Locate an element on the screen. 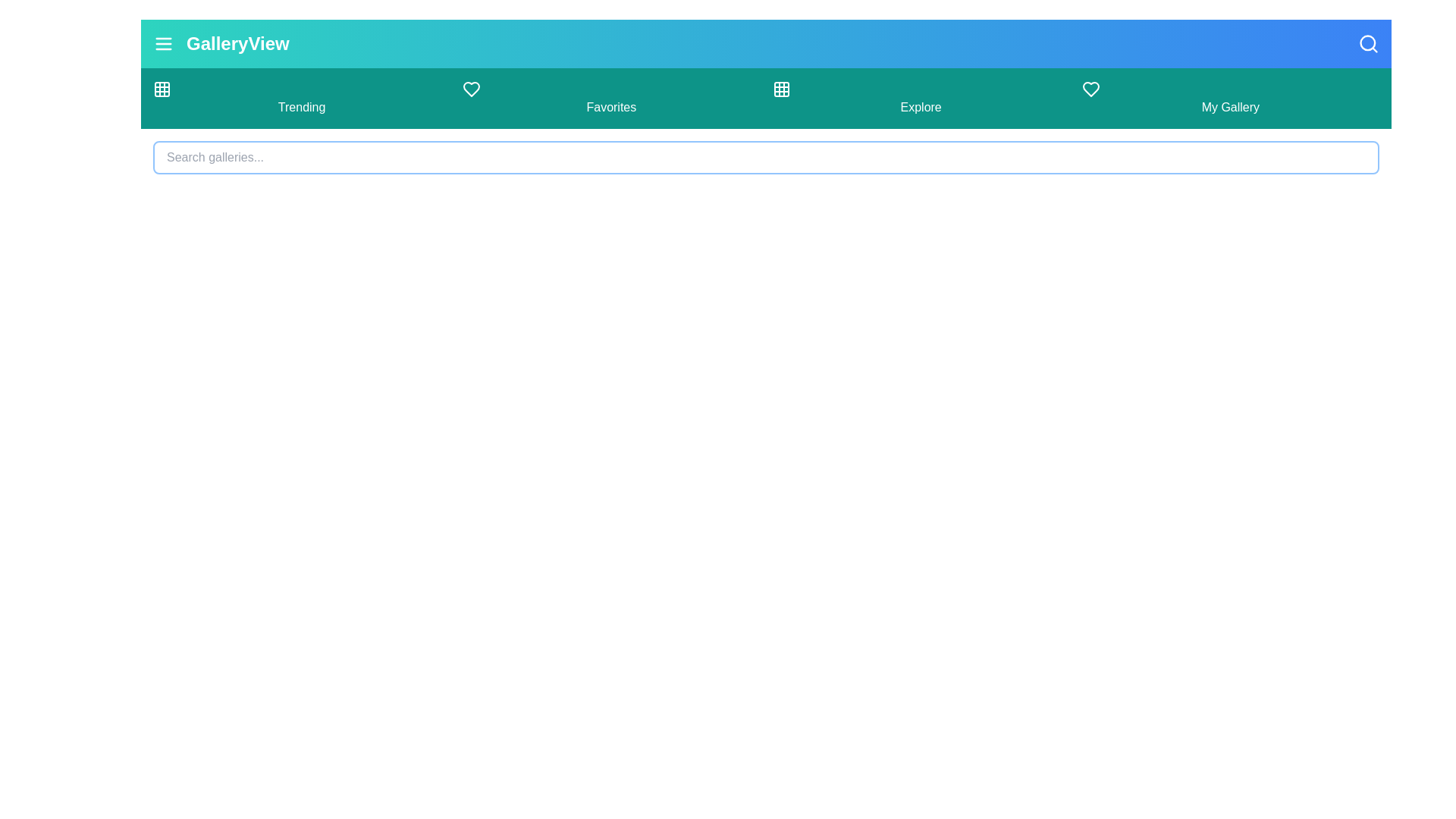 The width and height of the screenshot is (1456, 819). the menu button to toggle the navigation drawer visibility is located at coordinates (164, 42).